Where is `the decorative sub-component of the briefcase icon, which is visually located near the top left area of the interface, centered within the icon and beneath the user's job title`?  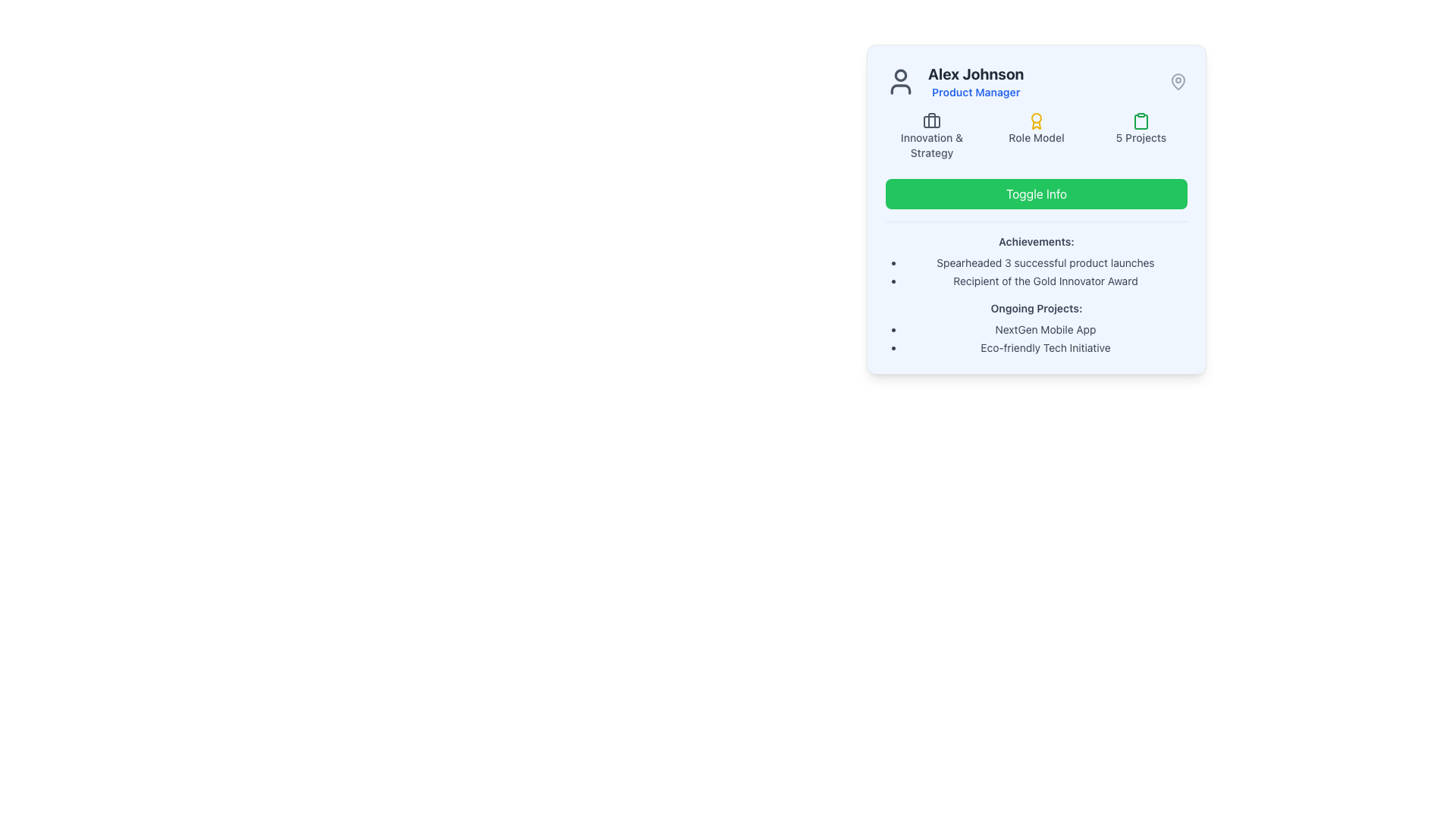
the decorative sub-component of the briefcase icon, which is visually located near the top left area of the interface, centered within the icon and beneath the user's job title is located at coordinates (930, 121).